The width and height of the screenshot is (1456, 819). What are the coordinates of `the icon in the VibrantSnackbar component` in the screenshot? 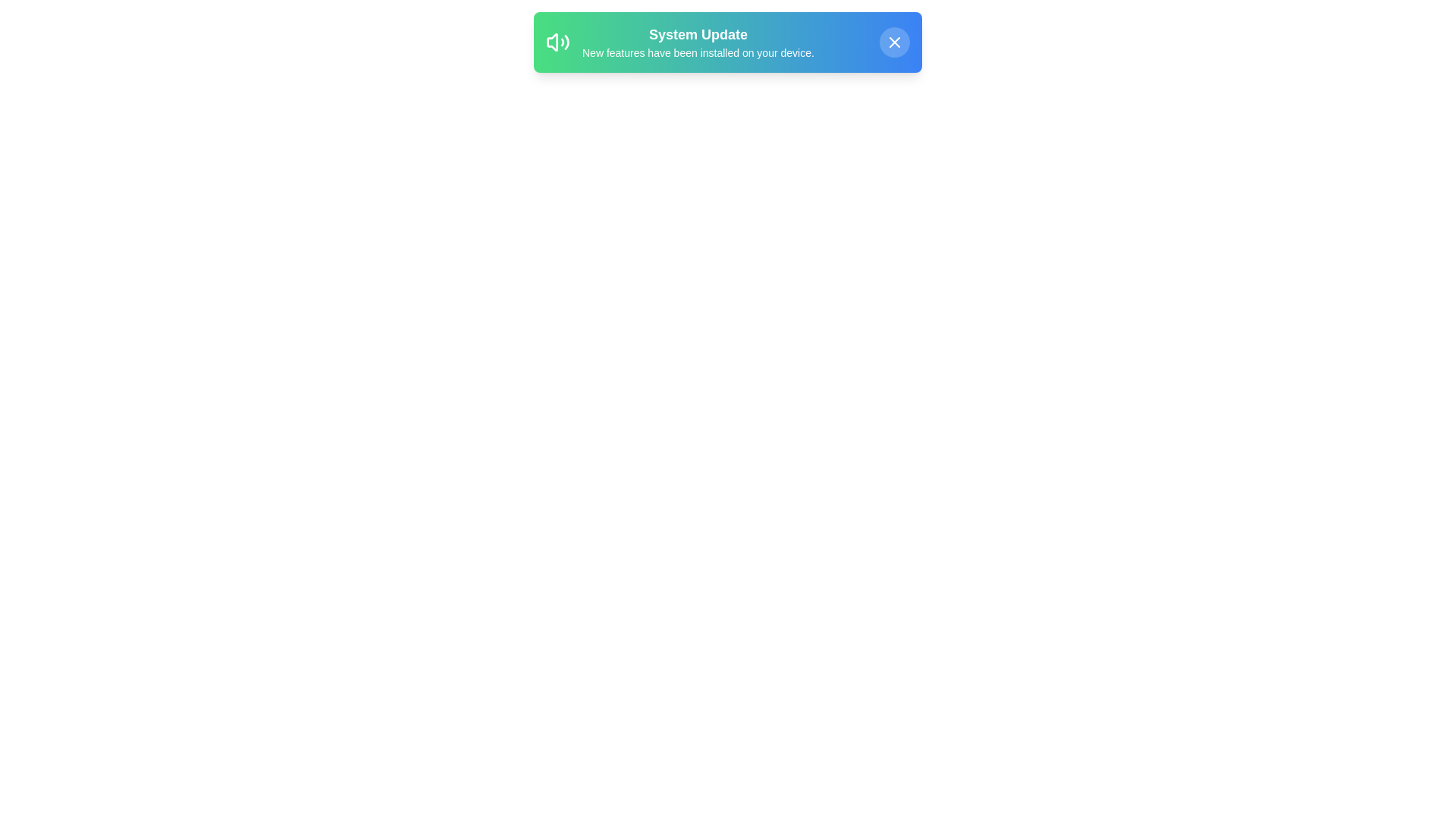 It's located at (557, 42).